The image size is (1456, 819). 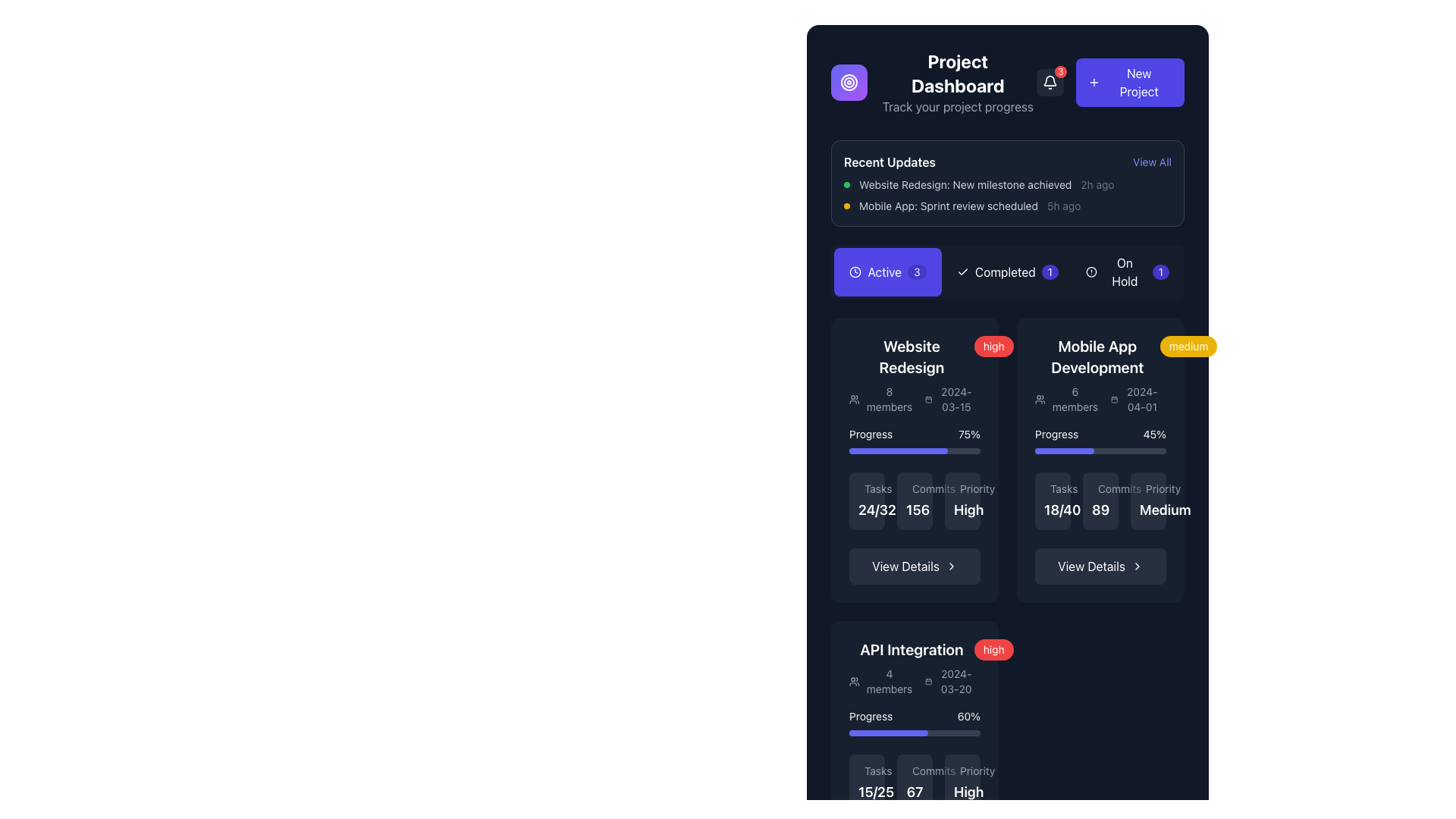 What do you see at coordinates (911, 399) in the screenshot?
I see `the details provided by the Text information display, which shows metadata about the project including team size and associated date, located within the project card titled 'Website Redesign'` at bounding box center [911, 399].